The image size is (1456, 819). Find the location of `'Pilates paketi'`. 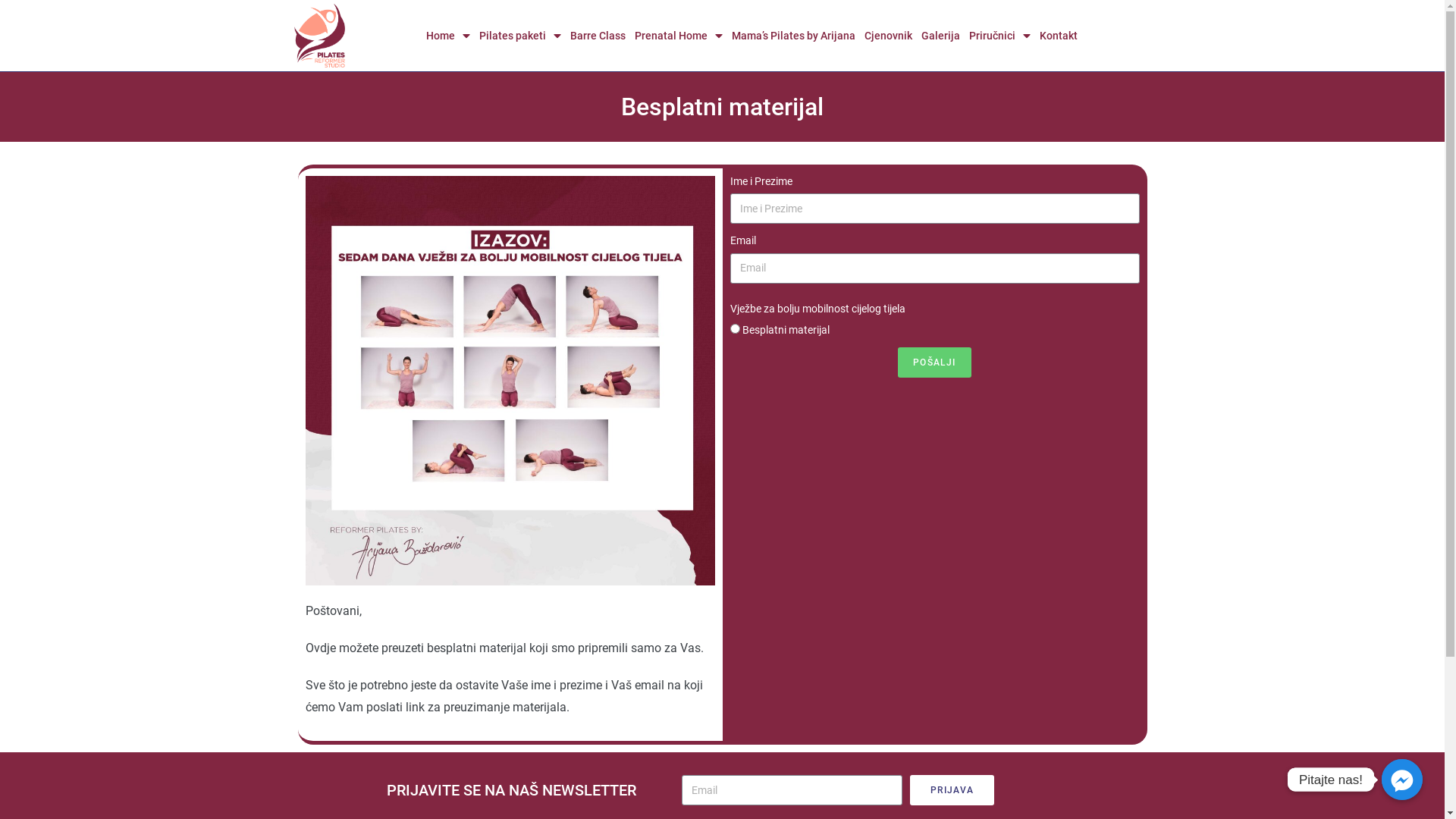

'Pilates paketi' is located at coordinates (520, 34).